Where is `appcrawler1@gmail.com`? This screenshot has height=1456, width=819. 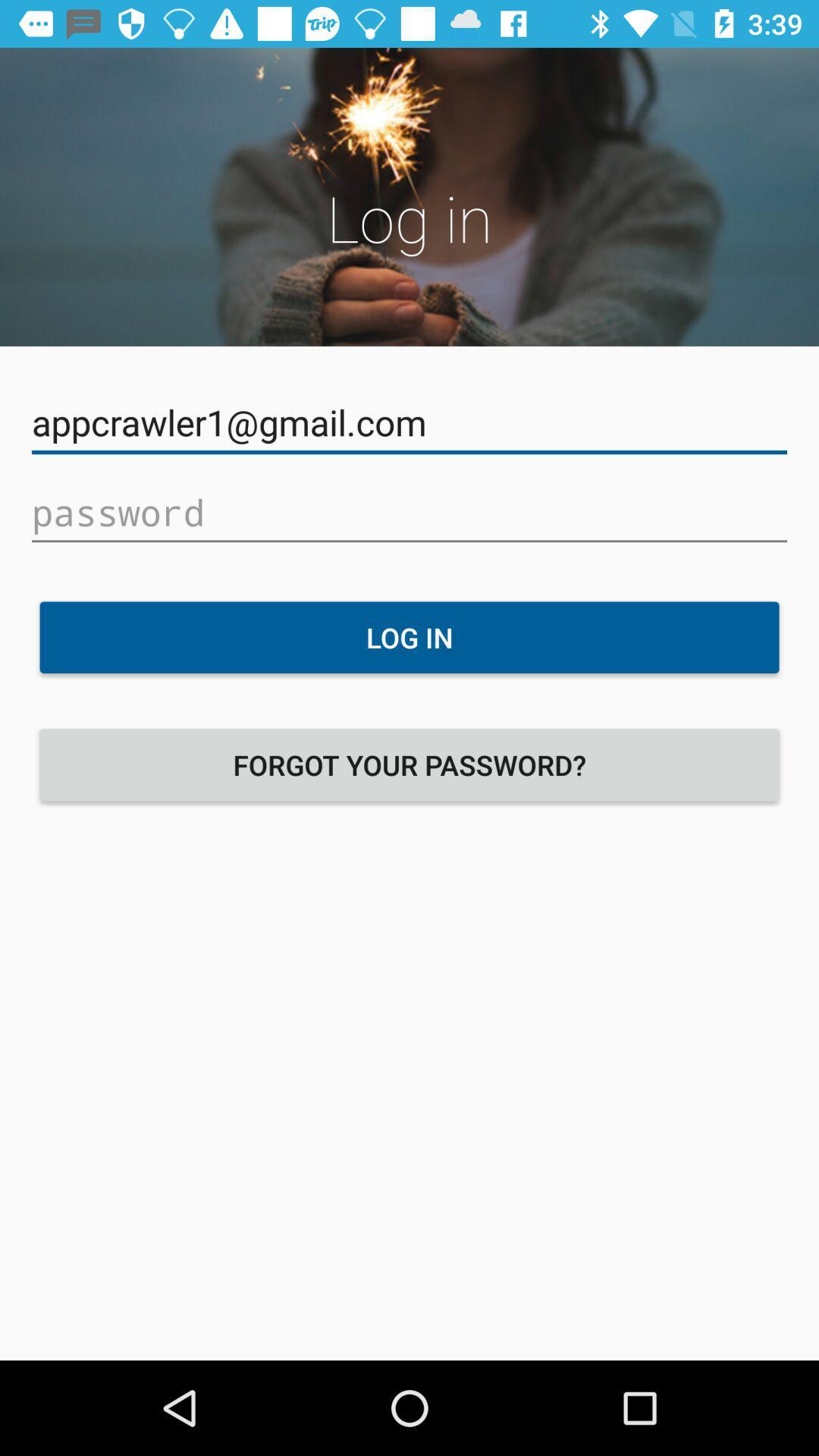
appcrawler1@gmail.com is located at coordinates (409, 422).